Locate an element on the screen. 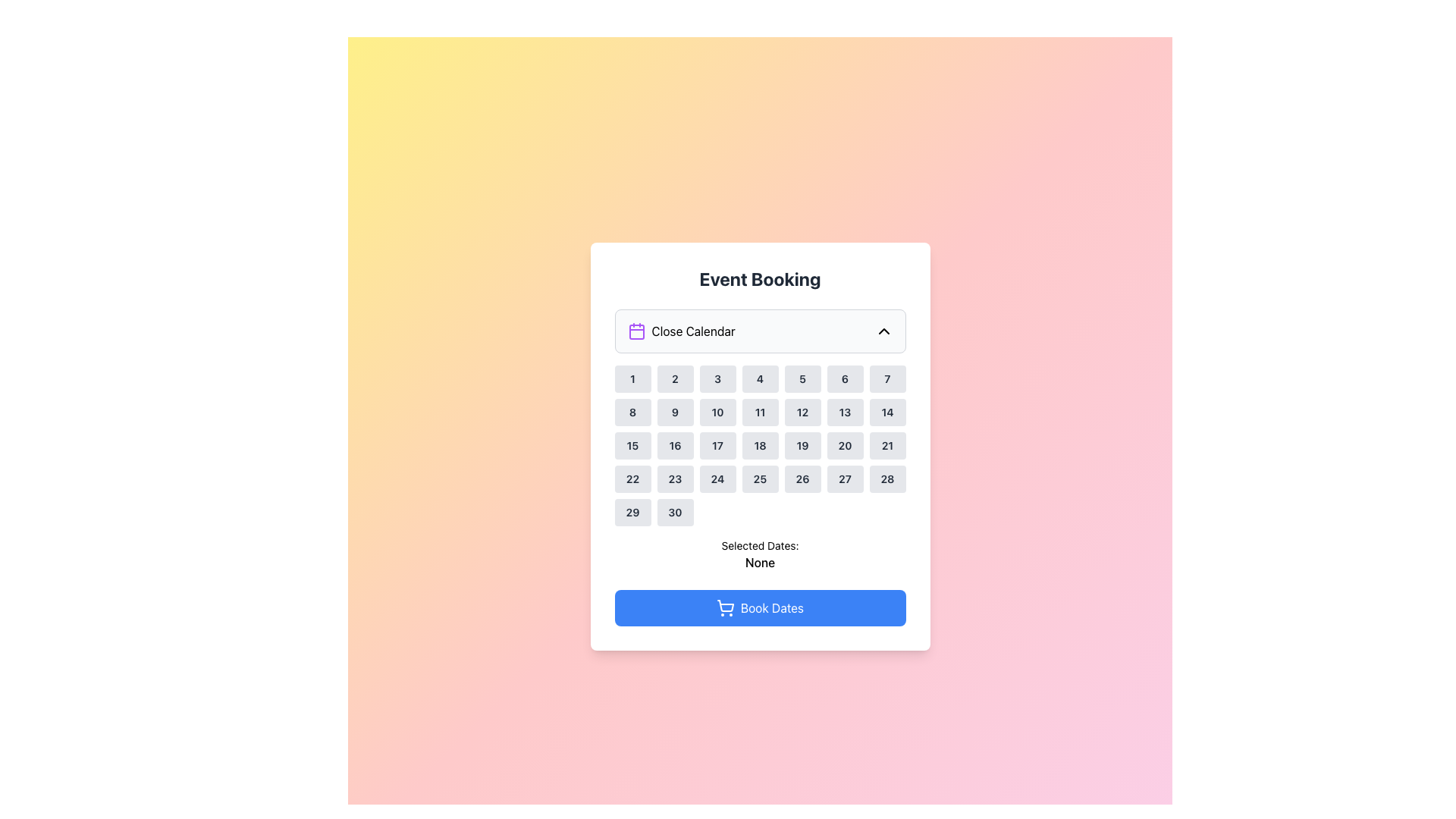 This screenshot has width=1456, height=819. the date selection button for the date '8' in the 'Event Booking' modal window, which is the eighth button in the grid layout is located at coordinates (632, 412).